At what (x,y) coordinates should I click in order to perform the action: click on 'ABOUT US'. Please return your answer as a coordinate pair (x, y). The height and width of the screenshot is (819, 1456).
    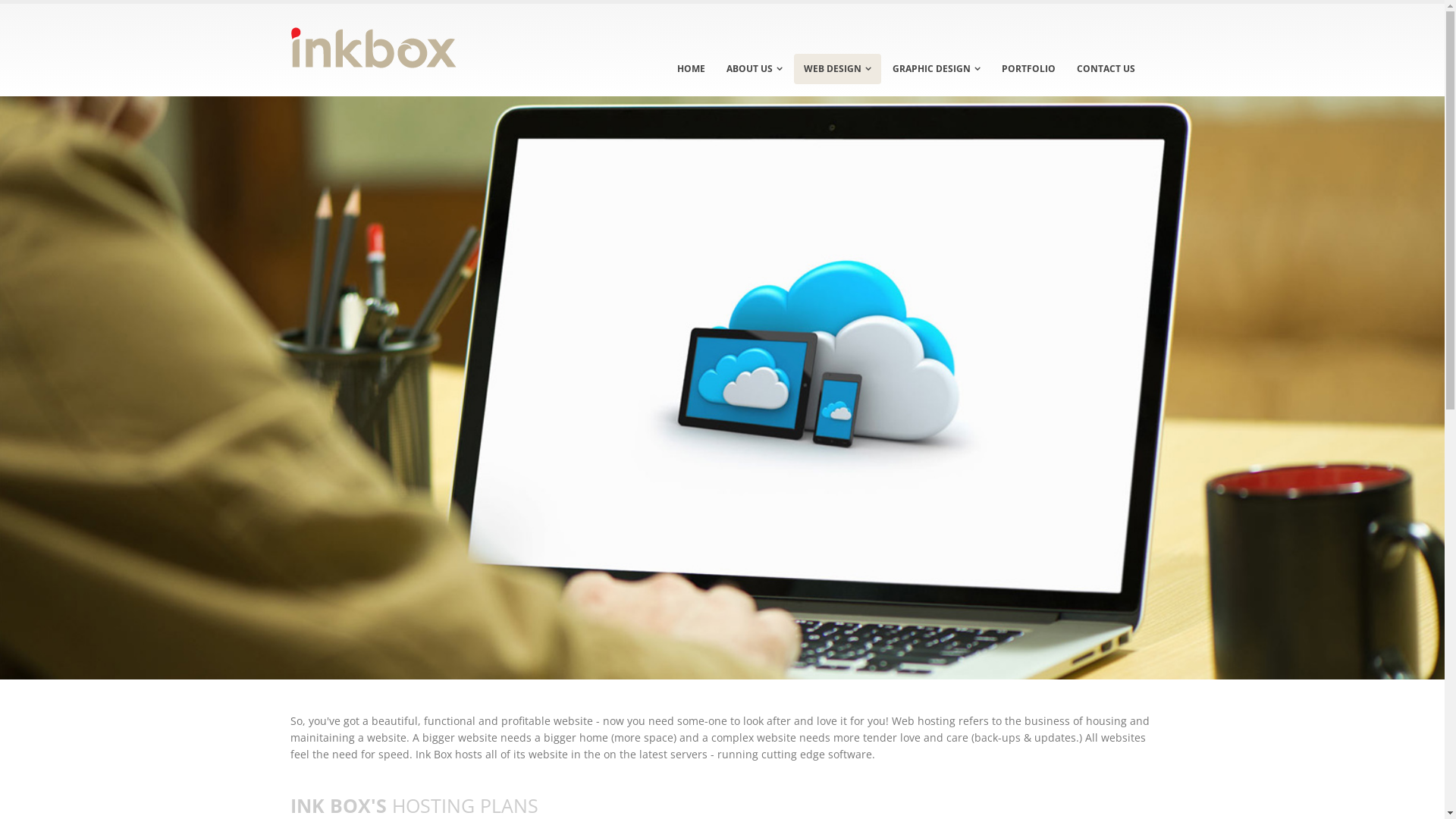
    Looking at the image, I should click on (753, 69).